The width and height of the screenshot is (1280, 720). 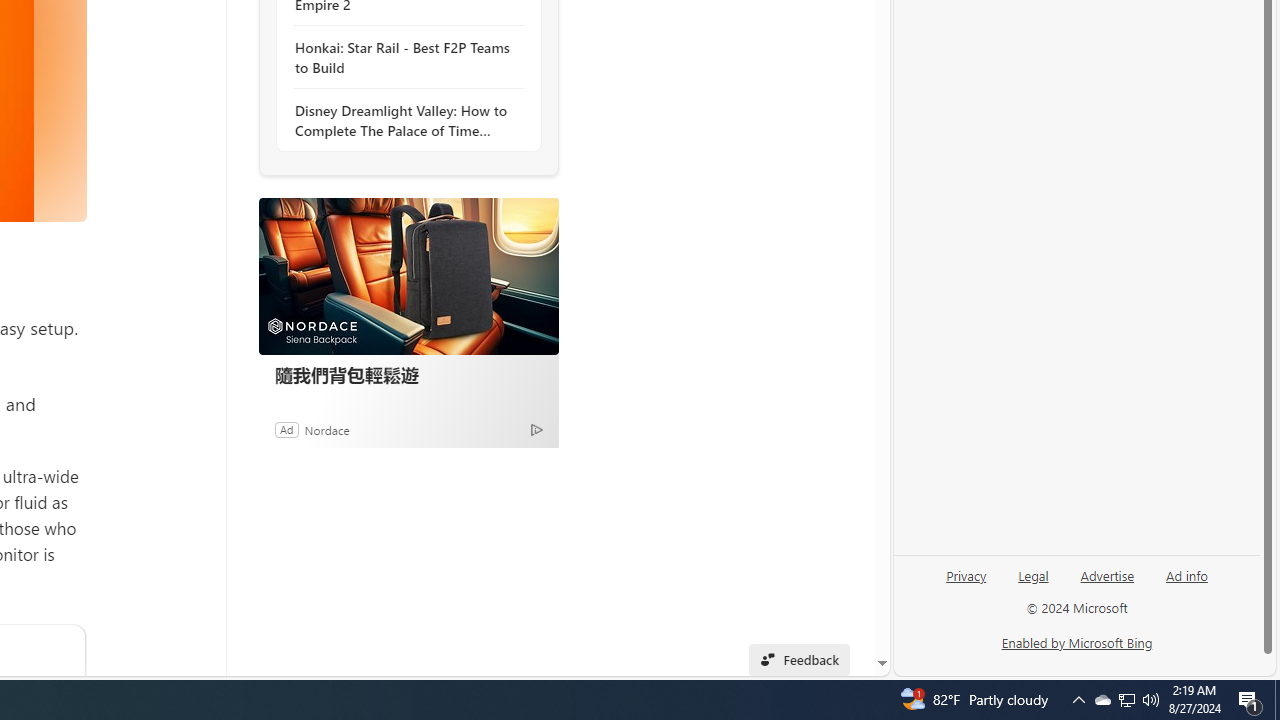 I want to click on 'Ad info', so click(x=1187, y=574).